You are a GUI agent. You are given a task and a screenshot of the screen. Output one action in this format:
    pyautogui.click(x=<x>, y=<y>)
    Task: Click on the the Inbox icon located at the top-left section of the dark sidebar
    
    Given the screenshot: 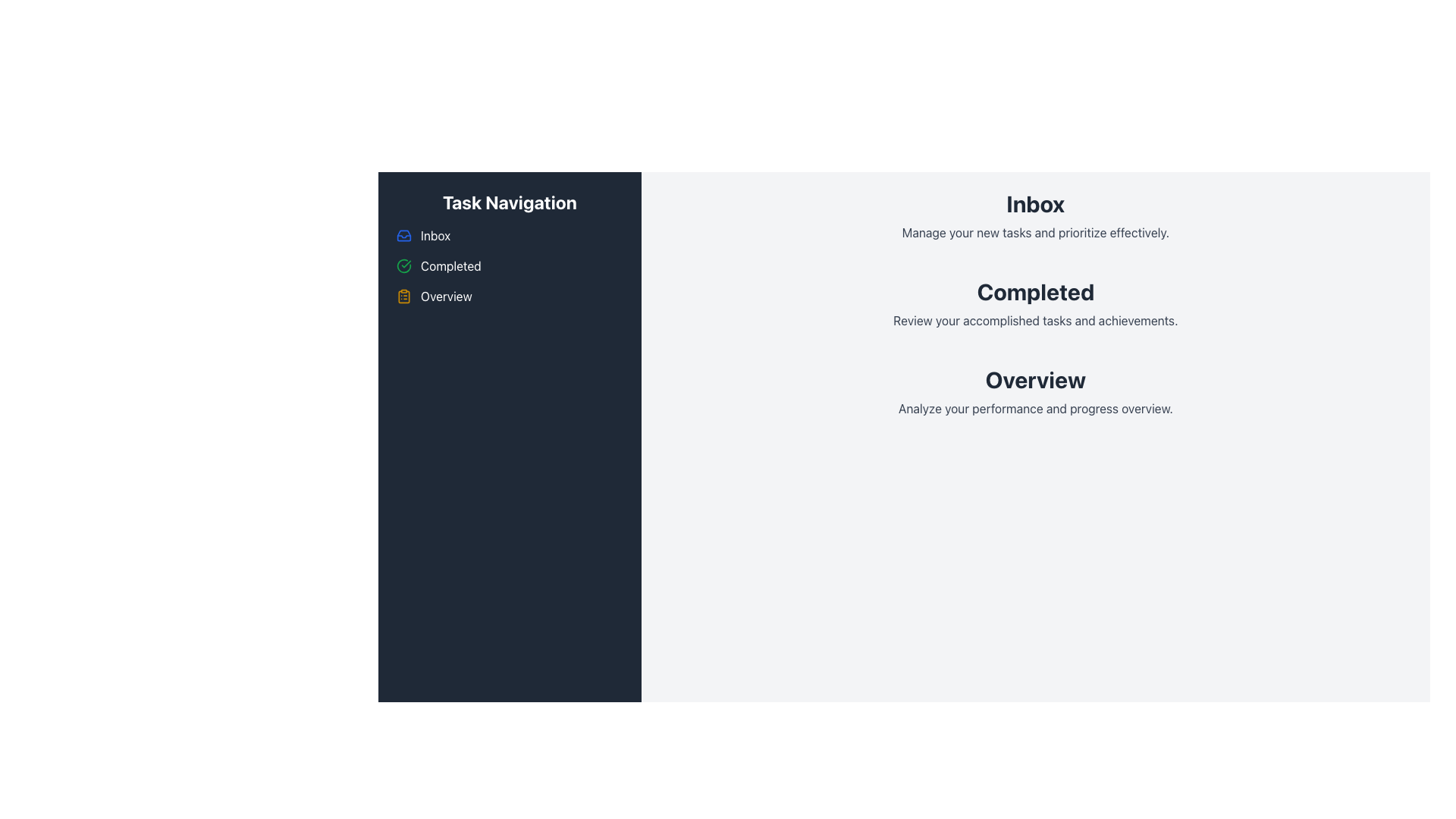 What is the action you would take?
    pyautogui.click(x=403, y=236)
    